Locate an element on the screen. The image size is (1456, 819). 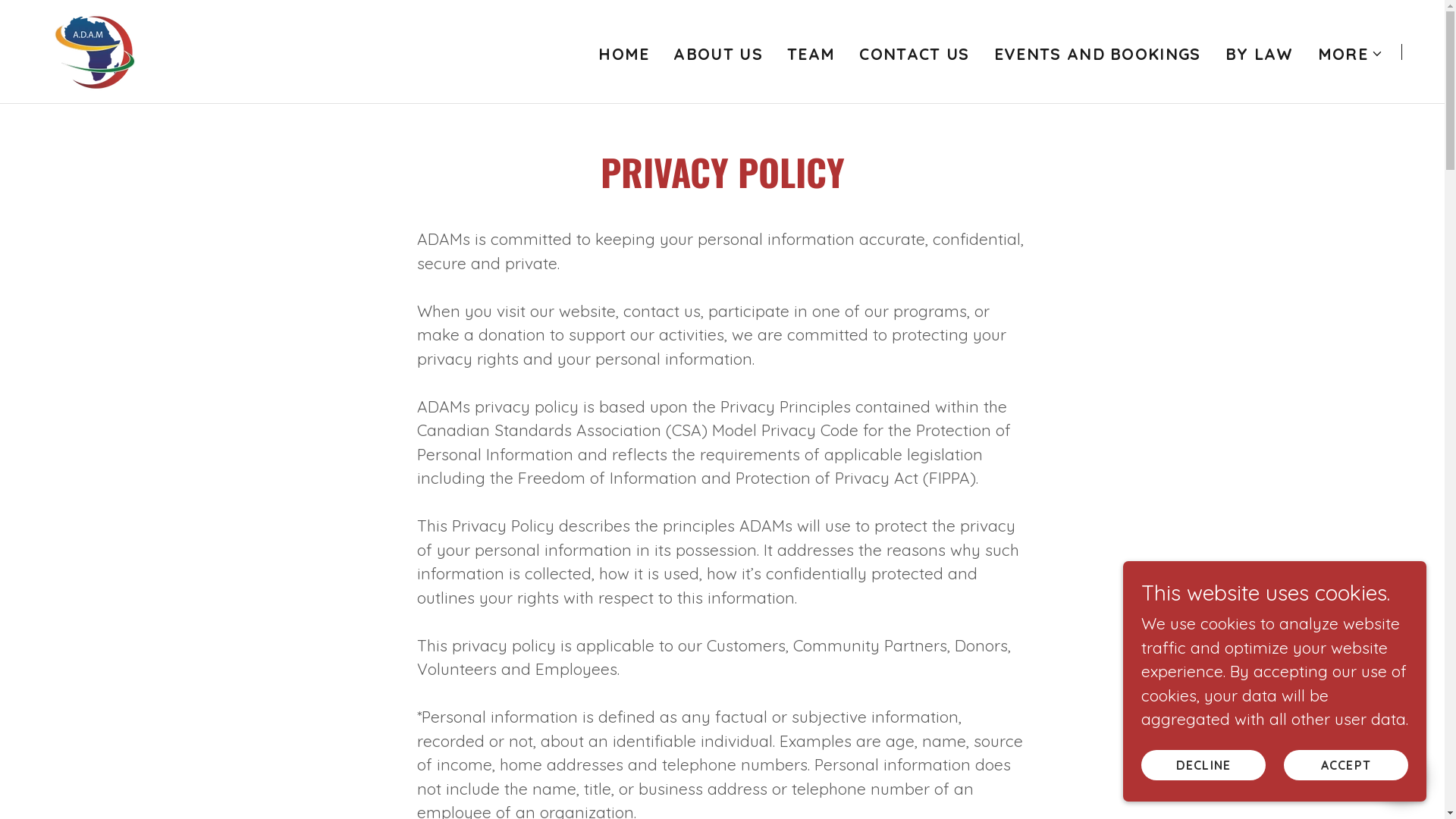
'MORE' is located at coordinates (1350, 52).